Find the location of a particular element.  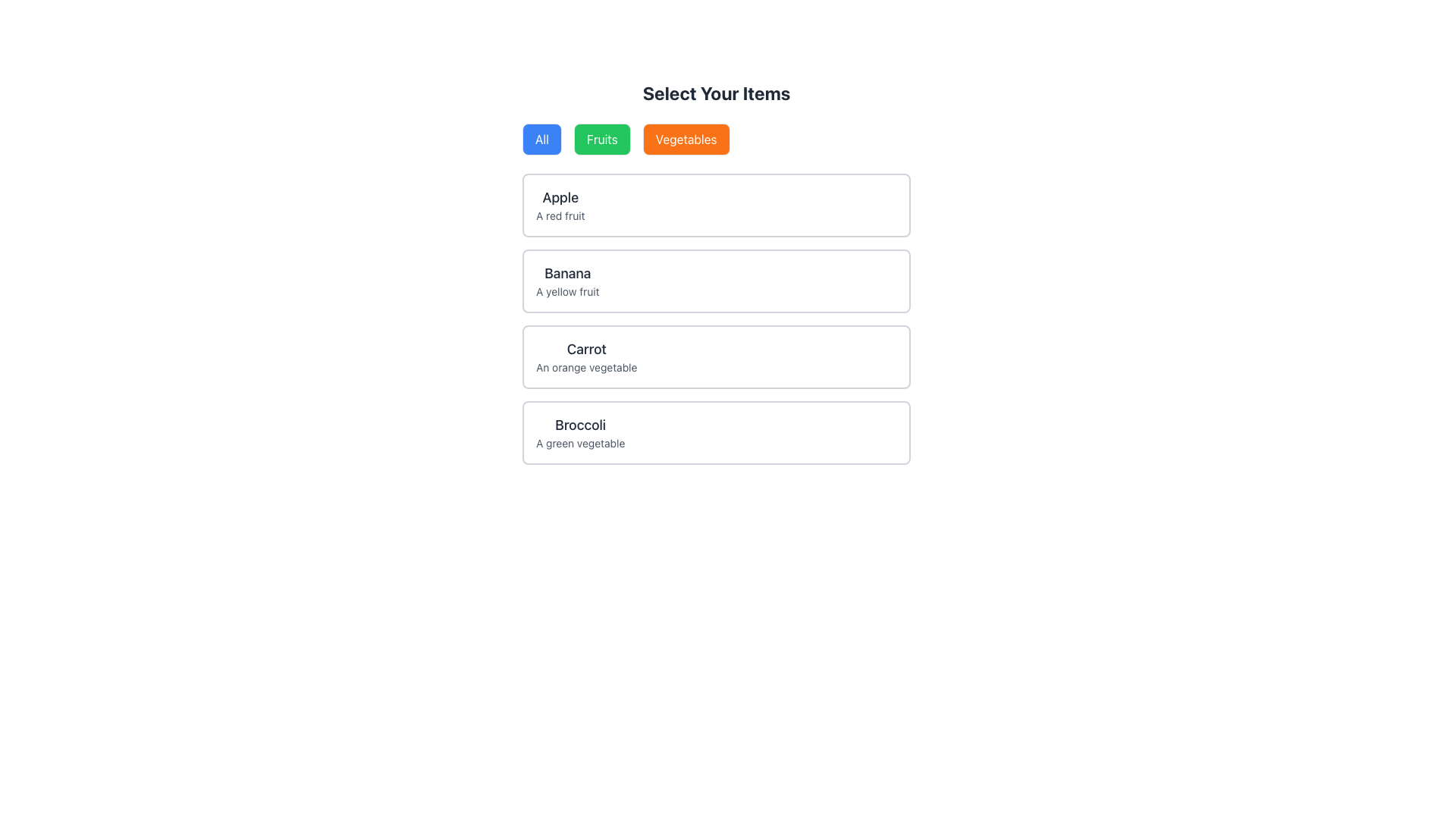

the descriptive text label for 'Broccoli', which is positioned below the title in the vertical list of containers is located at coordinates (579, 444).